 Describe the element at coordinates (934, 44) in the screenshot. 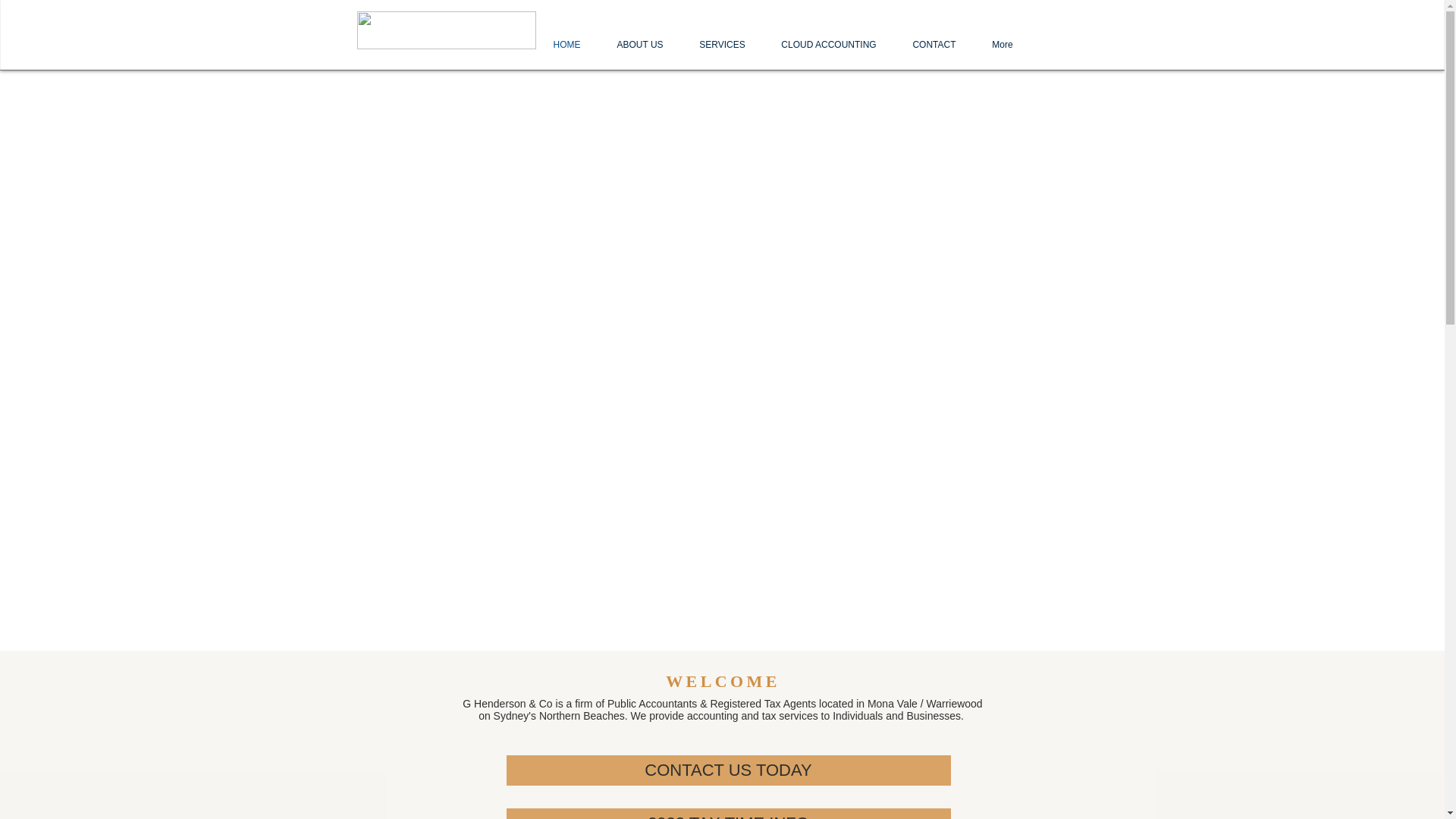

I see `'CONTACT'` at that location.